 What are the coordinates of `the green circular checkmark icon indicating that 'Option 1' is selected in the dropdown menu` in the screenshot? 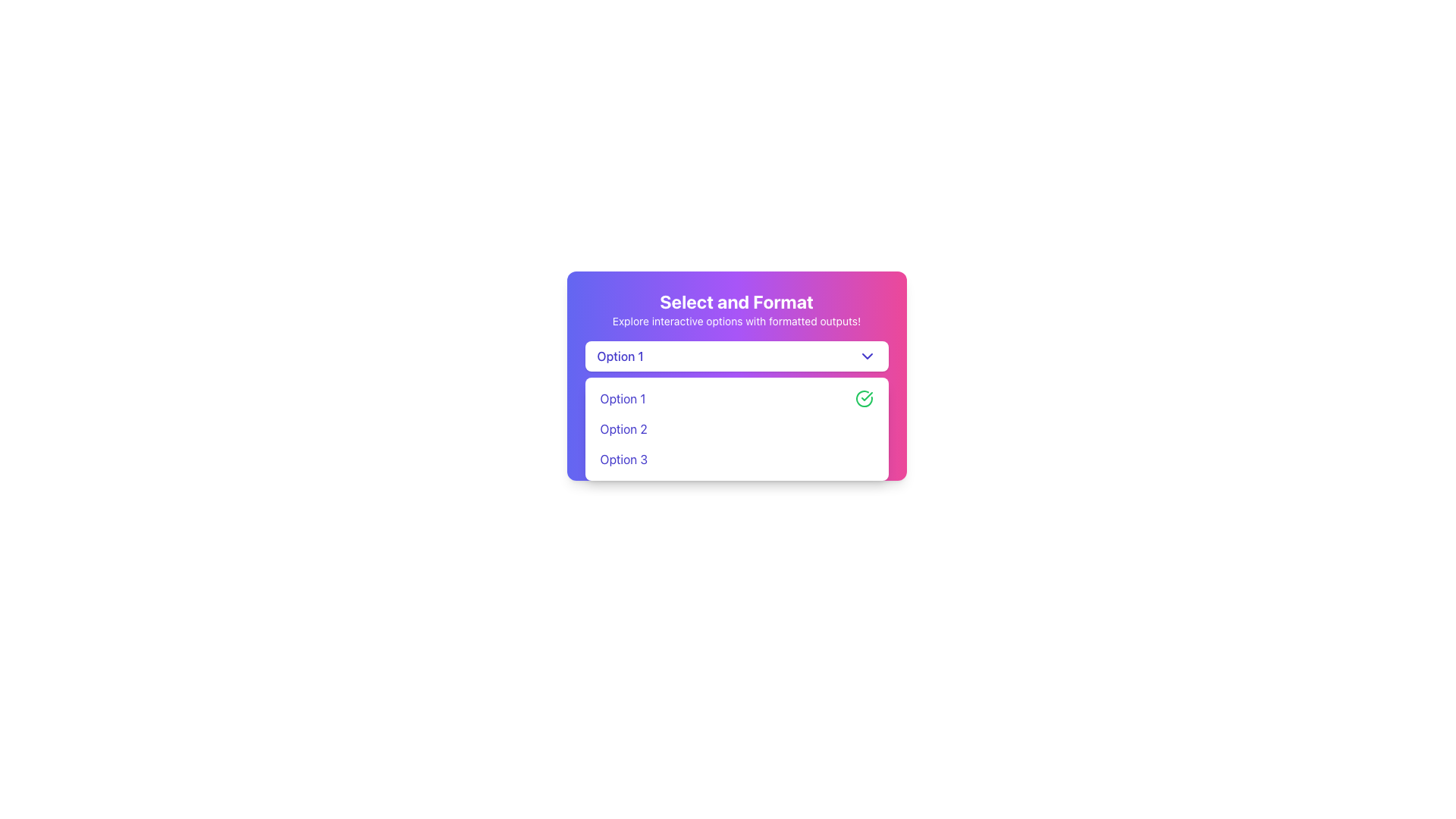 It's located at (866, 396).